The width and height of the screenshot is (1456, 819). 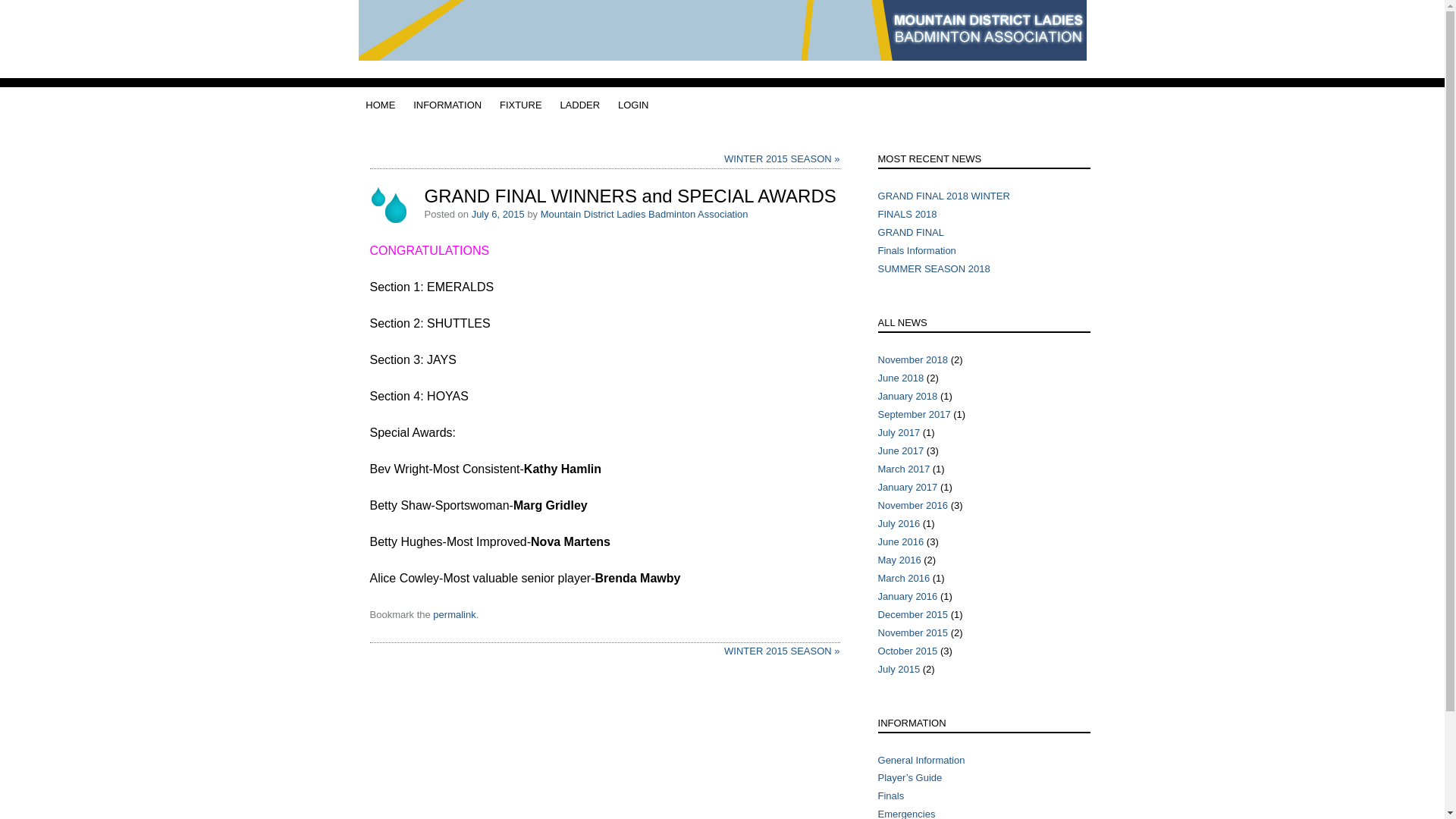 What do you see at coordinates (910, 232) in the screenshot?
I see `'GRAND FINAL'` at bounding box center [910, 232].